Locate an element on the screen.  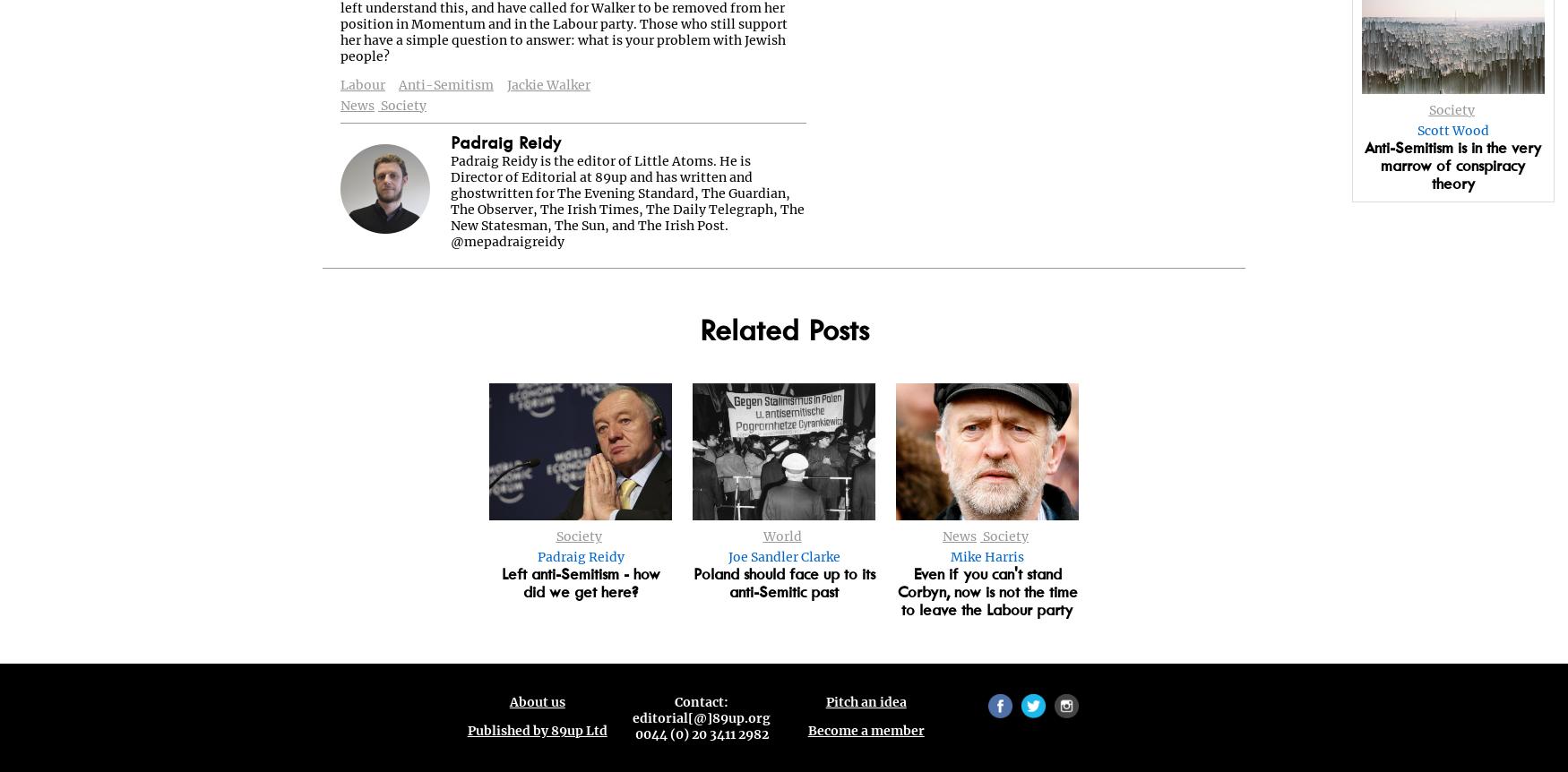
'Anti-Semitism' is located at coordinates (446, 83).